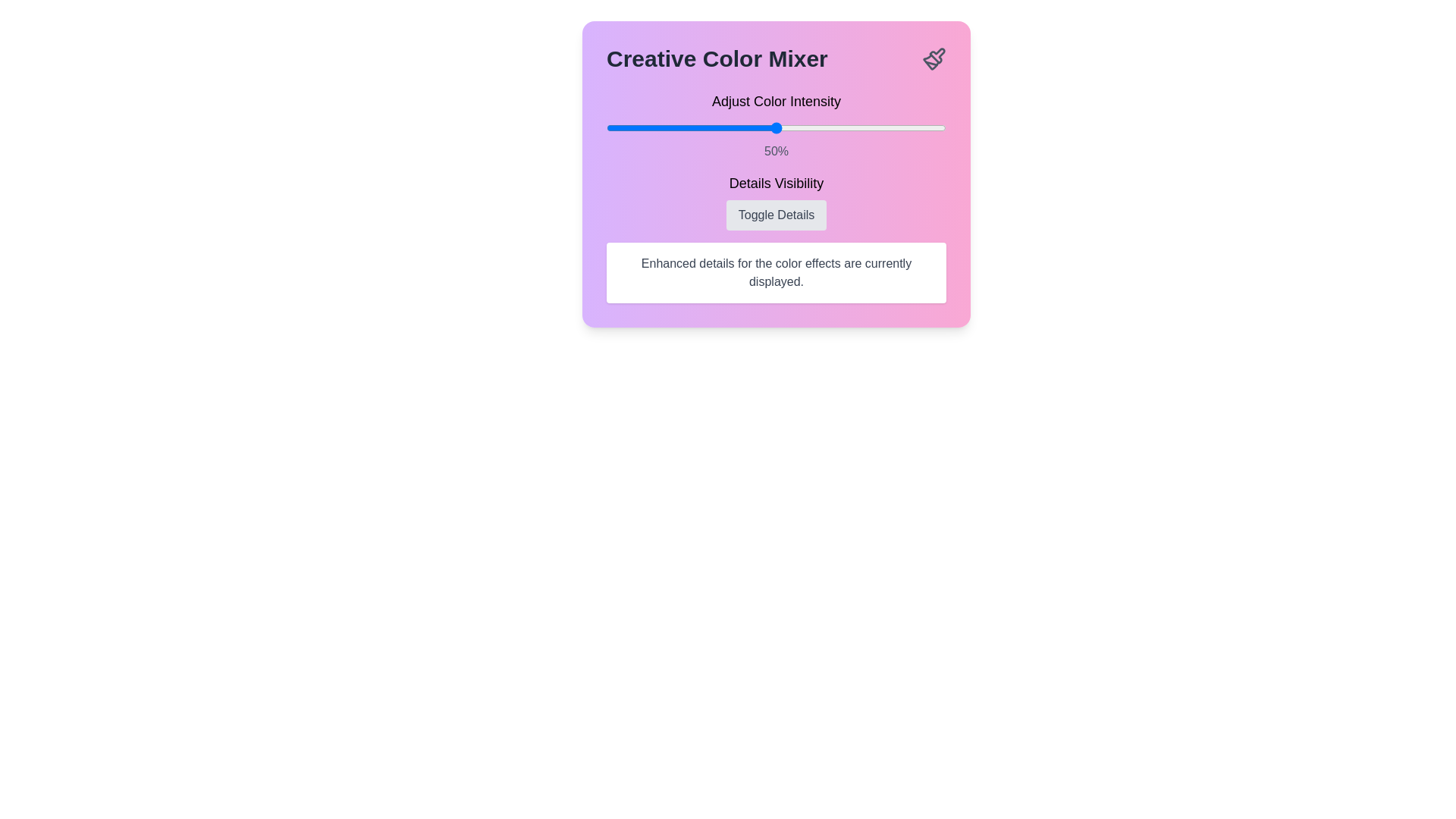 The width and height of the screenshot is (1456, 819). Describe the element at coordinates (776, 215) in the screenshot. I see `the toggle button that controls the visibility of additional color effect details, located below 'Details Visibility' and above the description block` at that location.